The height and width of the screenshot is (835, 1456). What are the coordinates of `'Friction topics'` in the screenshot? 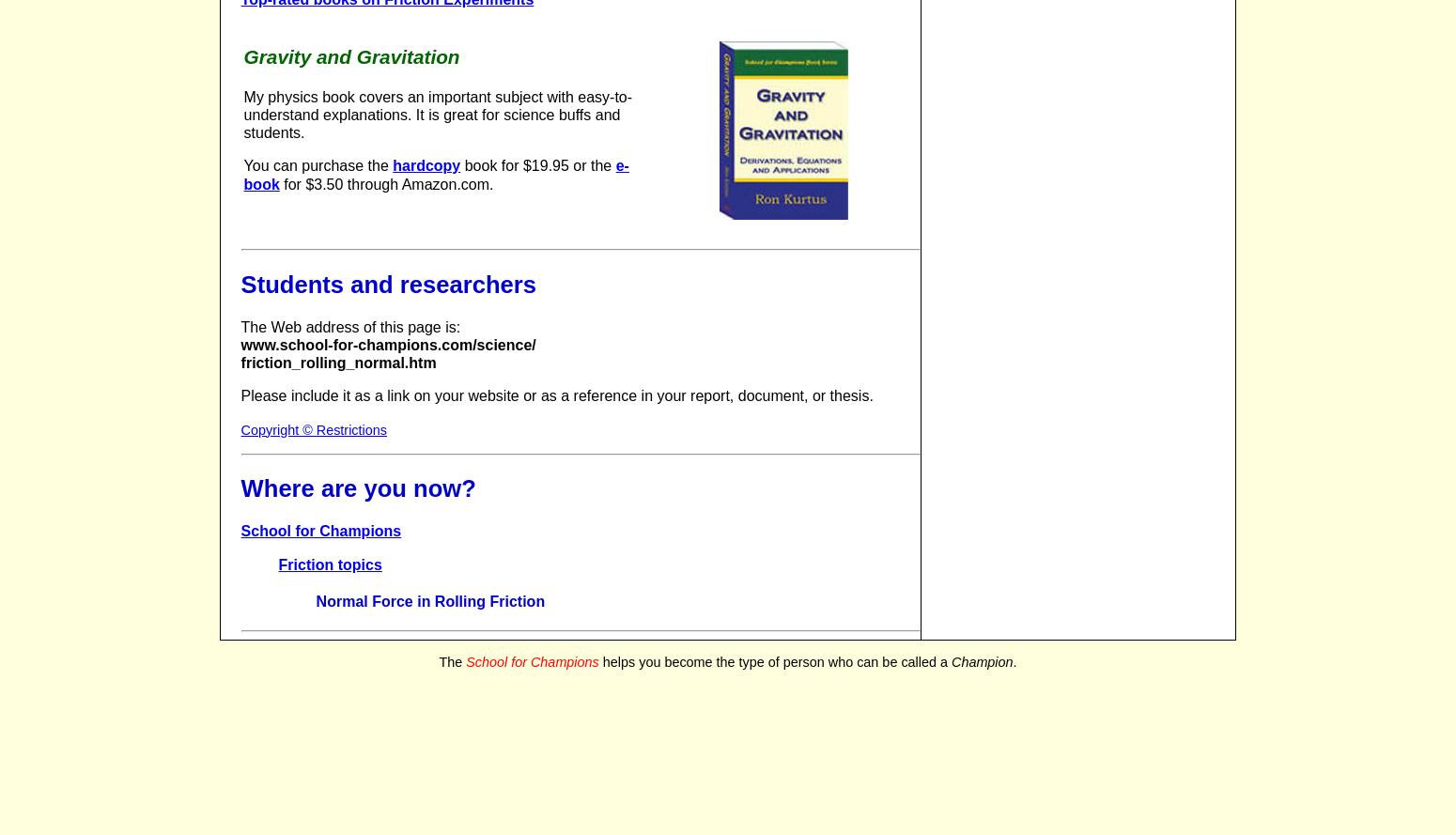 It's located at (329, 563).